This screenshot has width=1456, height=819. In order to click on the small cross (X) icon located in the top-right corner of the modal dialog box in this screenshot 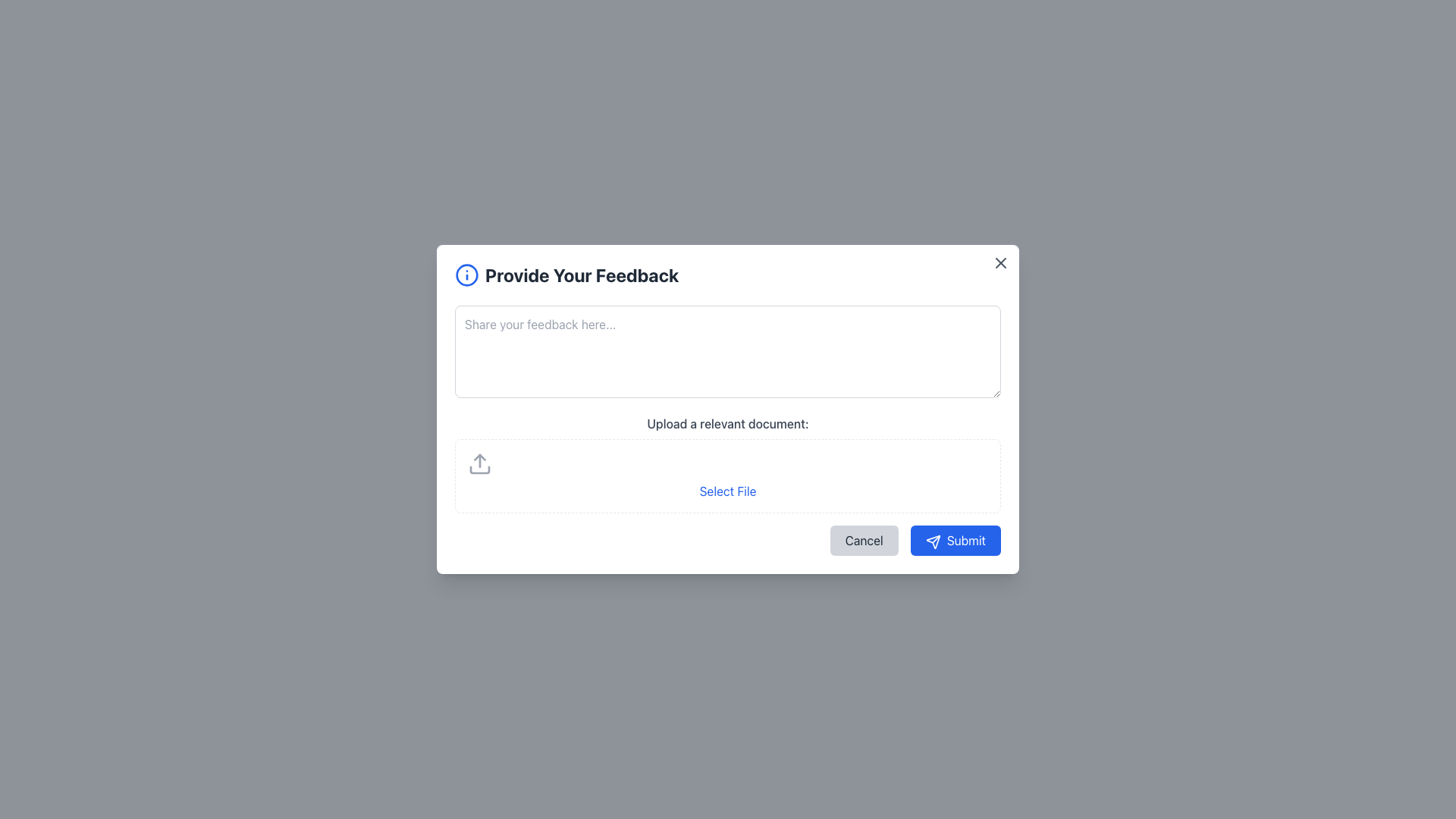, I will do `click(1001, 262)`.